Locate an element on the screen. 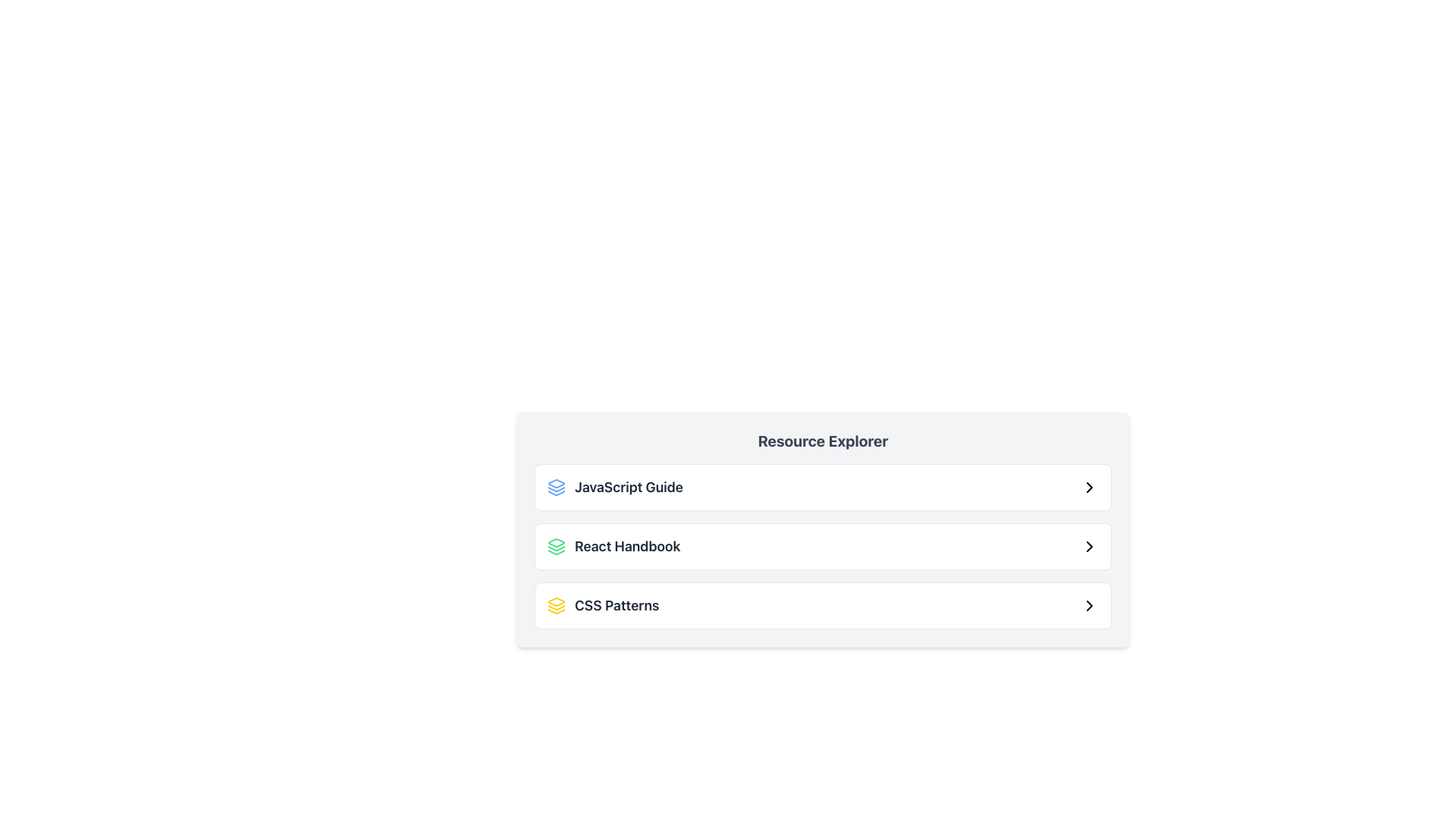 The height and width of the screenshot is (819, 1456). the navigation icon (Chevron) located on the far right of the list item labeled 'CSS Patterns' is located at coordinates (1088, 604).